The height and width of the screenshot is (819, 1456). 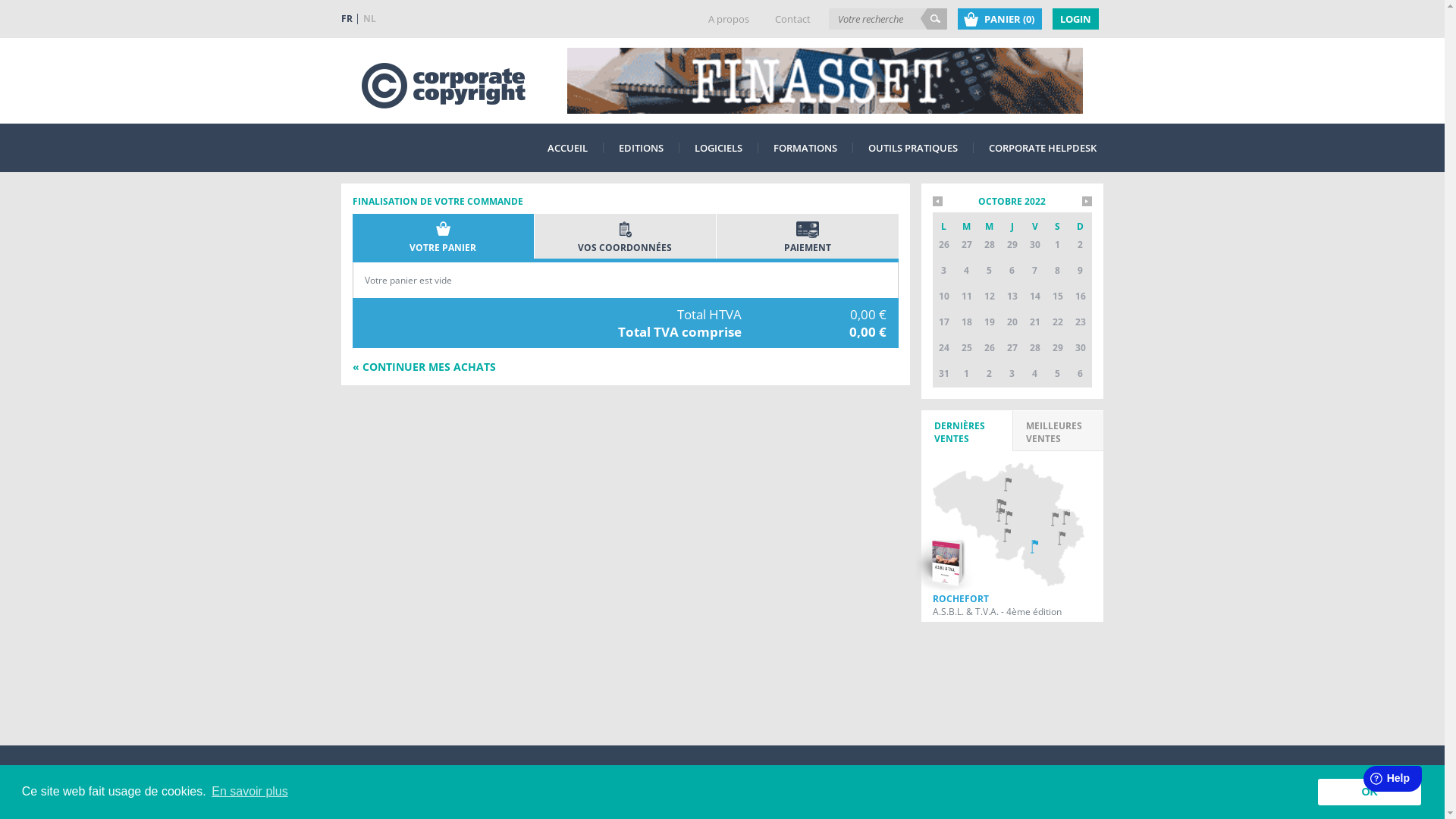 I want to click on 'NOTRE ENTREPRISE', so click(x=382, y=780).